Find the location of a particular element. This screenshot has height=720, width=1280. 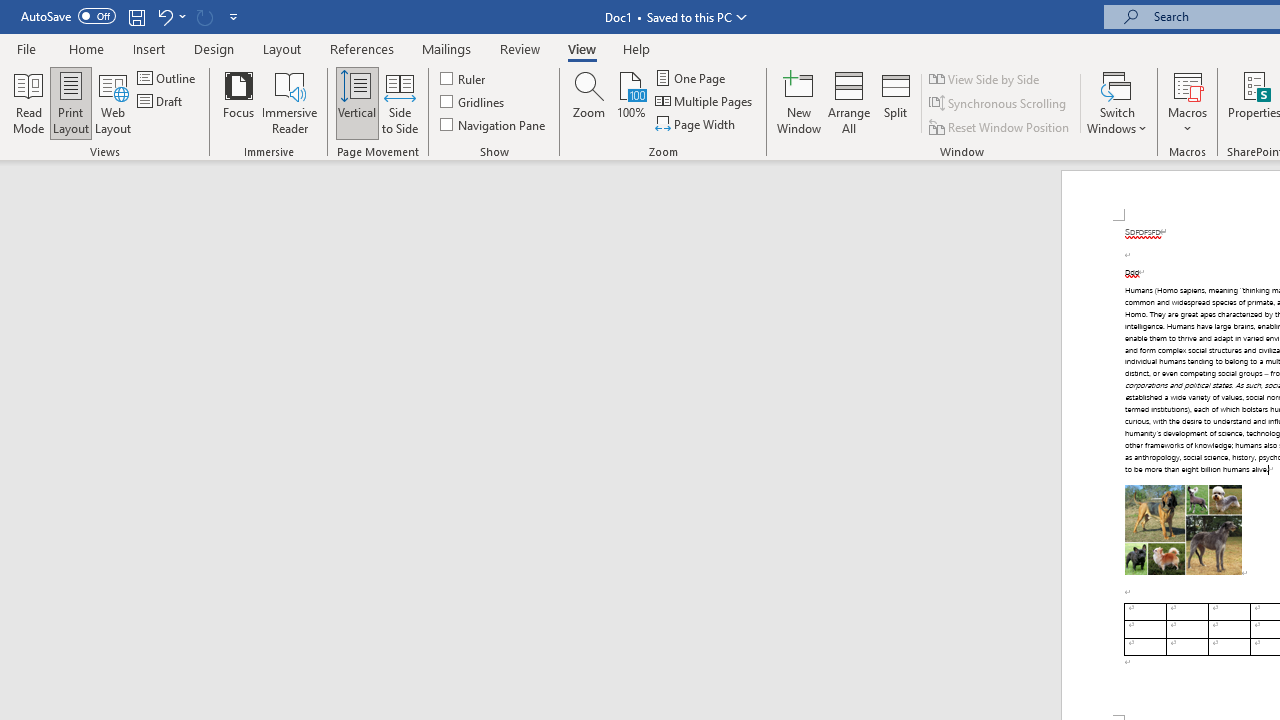

'Macros' is located at coordinates (1187, 103).